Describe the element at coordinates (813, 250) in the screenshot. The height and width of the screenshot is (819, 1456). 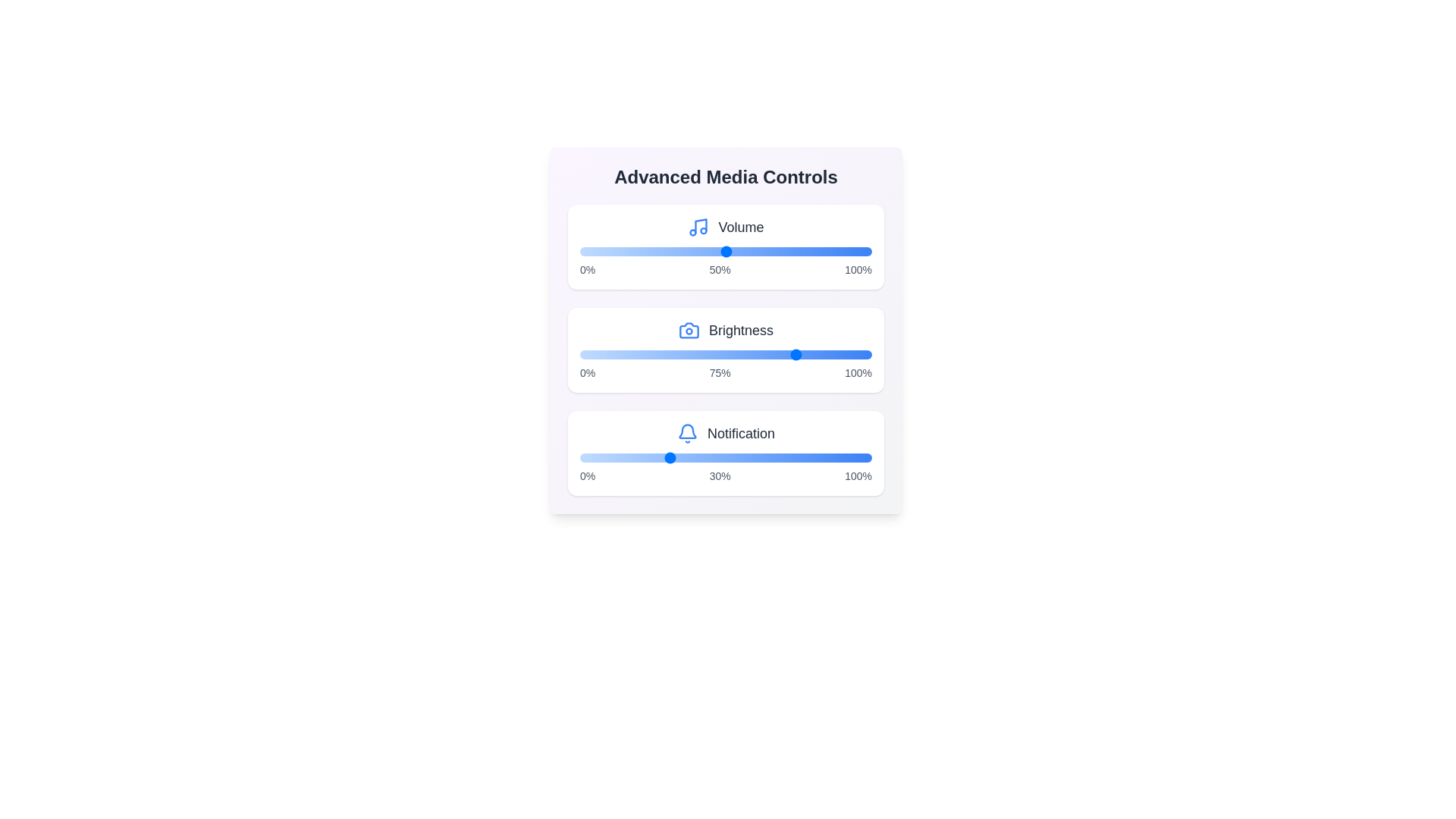
I see `the 0 slider to 60%` at that location.